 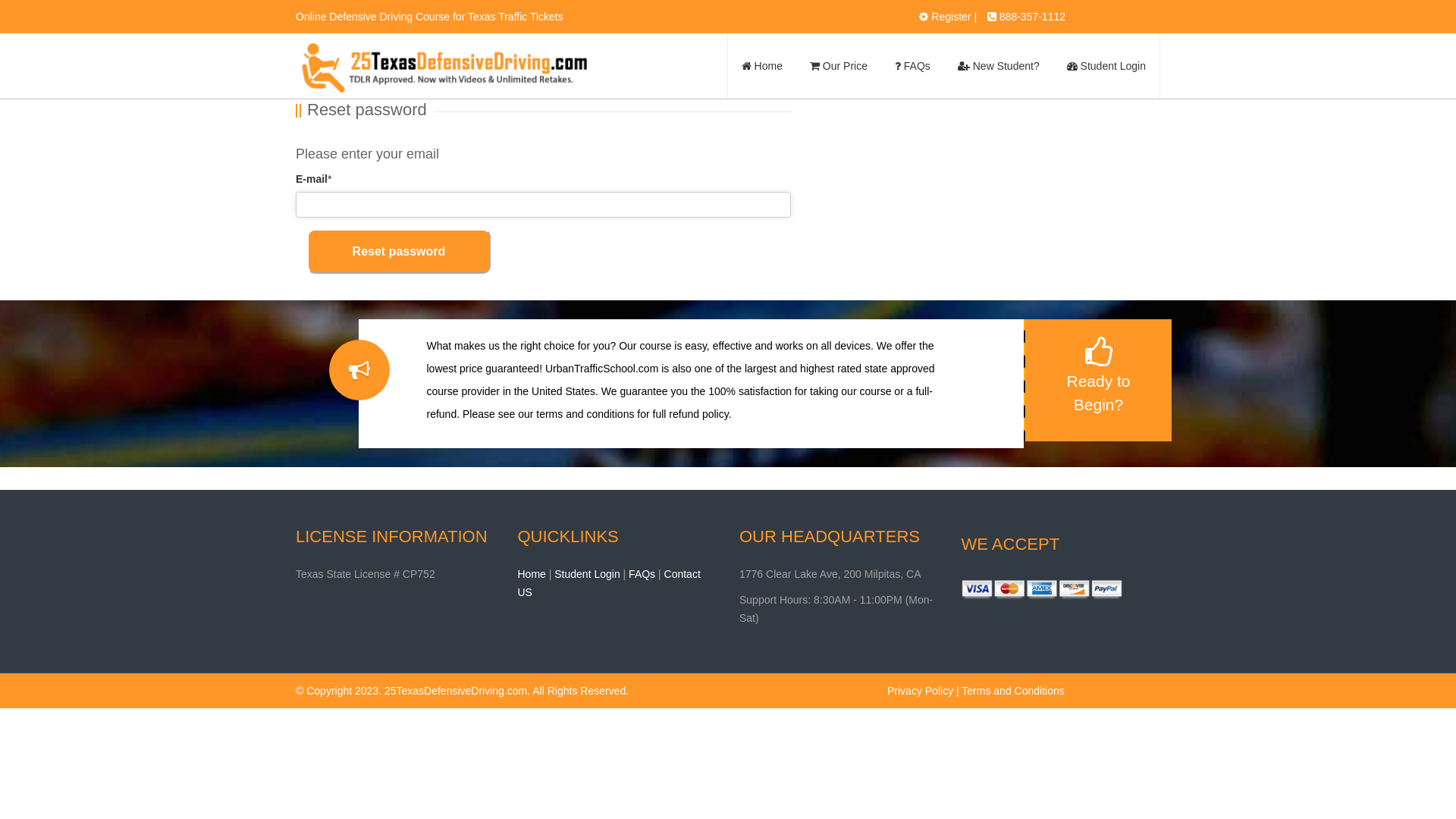 I want to click on 'Privacy Policy', so click(x=919, y=690).